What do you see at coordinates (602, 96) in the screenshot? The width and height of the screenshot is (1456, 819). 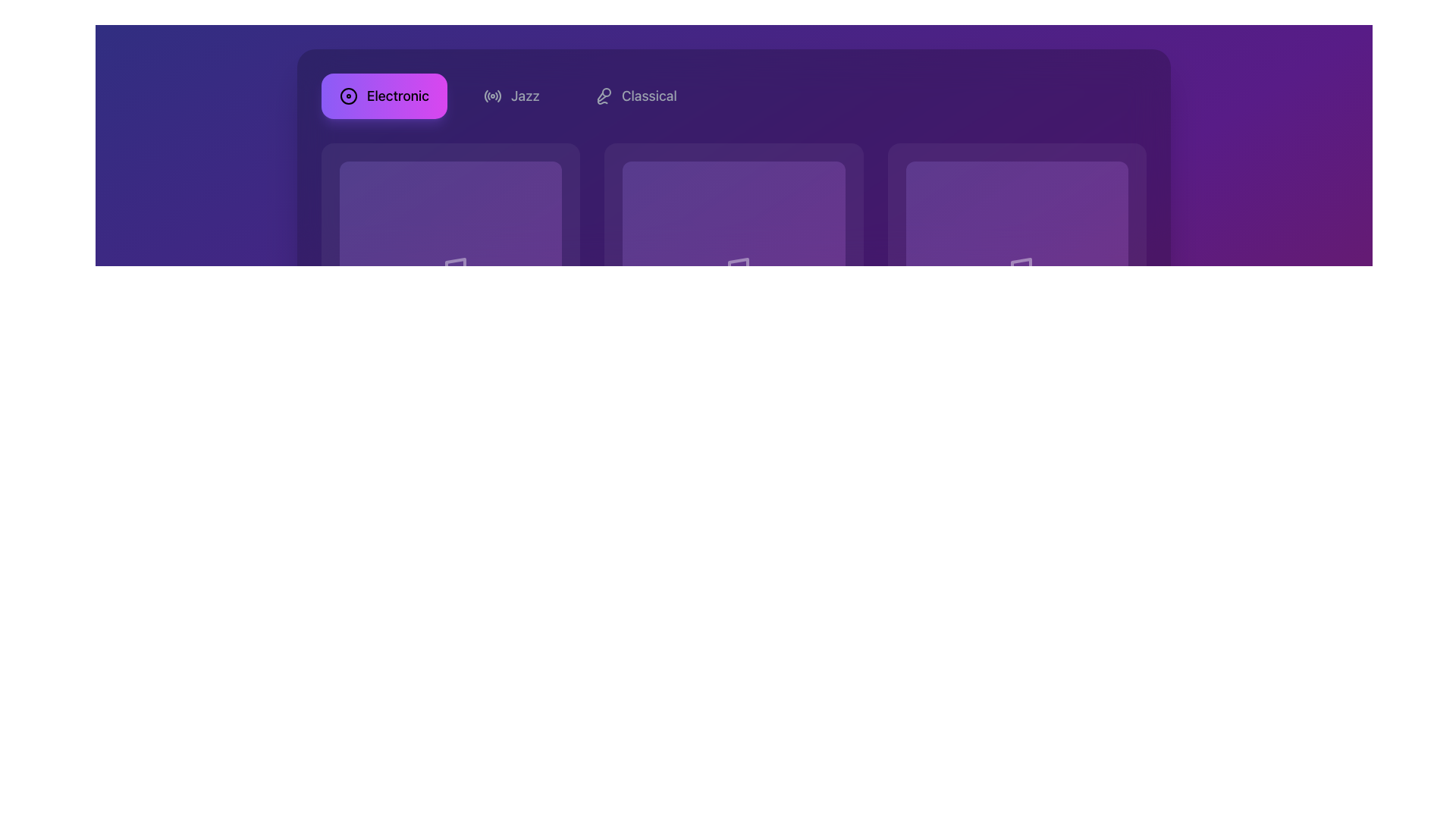 I see `the microphone icon located to the left of the 'Classical' text in the top navigation bar to interact with it` at bounding box center [602, 96].